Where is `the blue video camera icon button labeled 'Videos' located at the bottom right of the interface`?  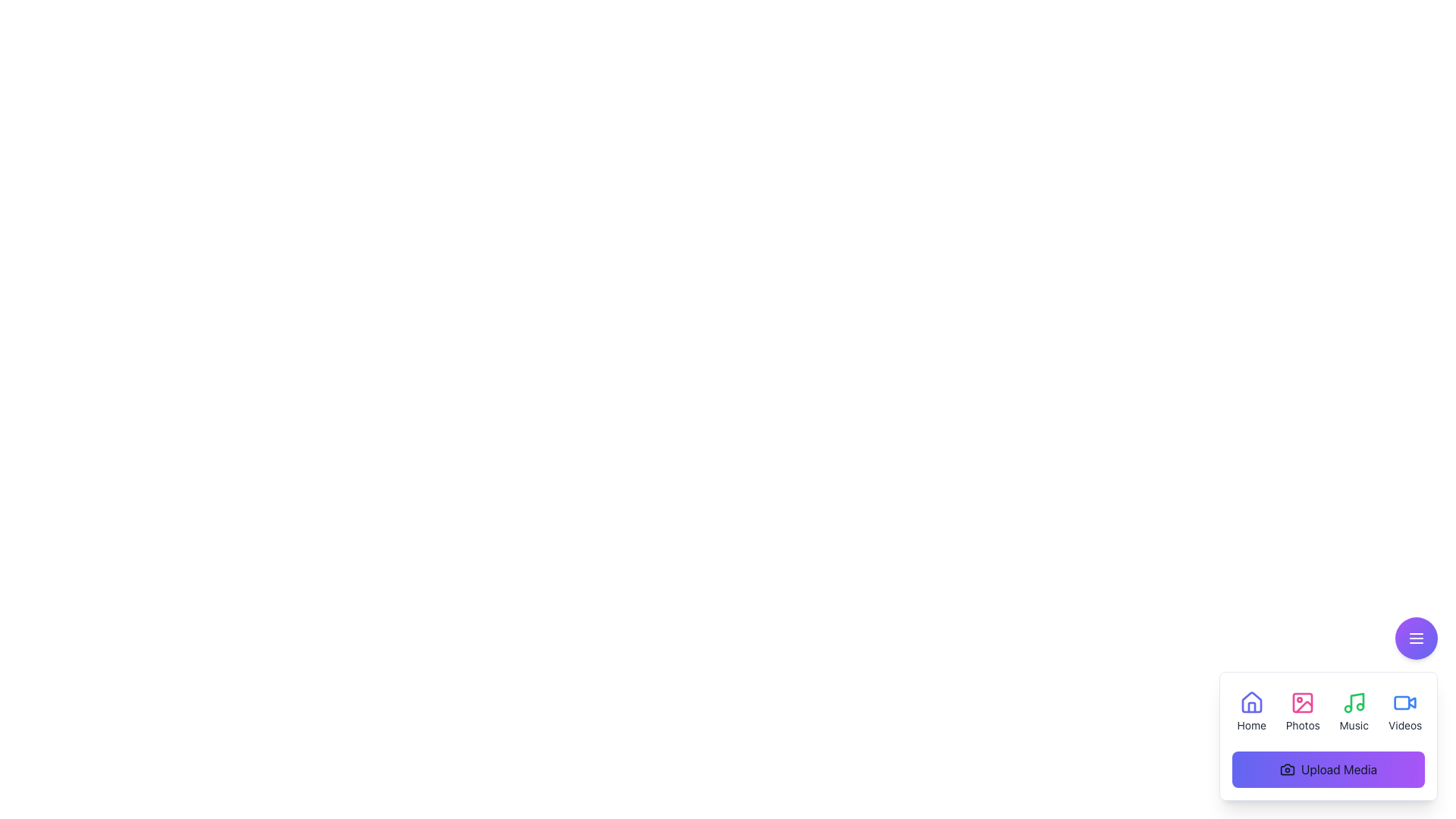 the blue video camera icon button labeled 'Videos' located at the bottom right of the interface is located at coordinates (1404, 711).